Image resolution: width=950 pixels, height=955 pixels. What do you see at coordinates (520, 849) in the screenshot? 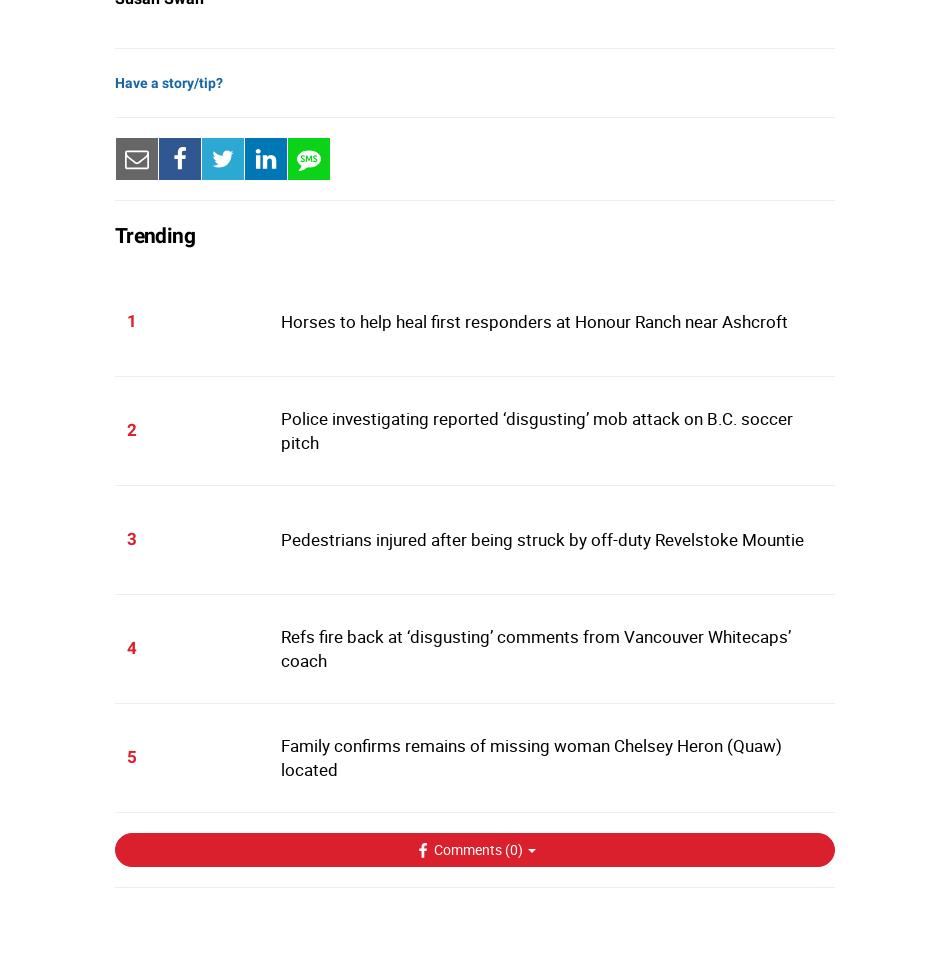
I see `')'` at bounding box center [520, 849].